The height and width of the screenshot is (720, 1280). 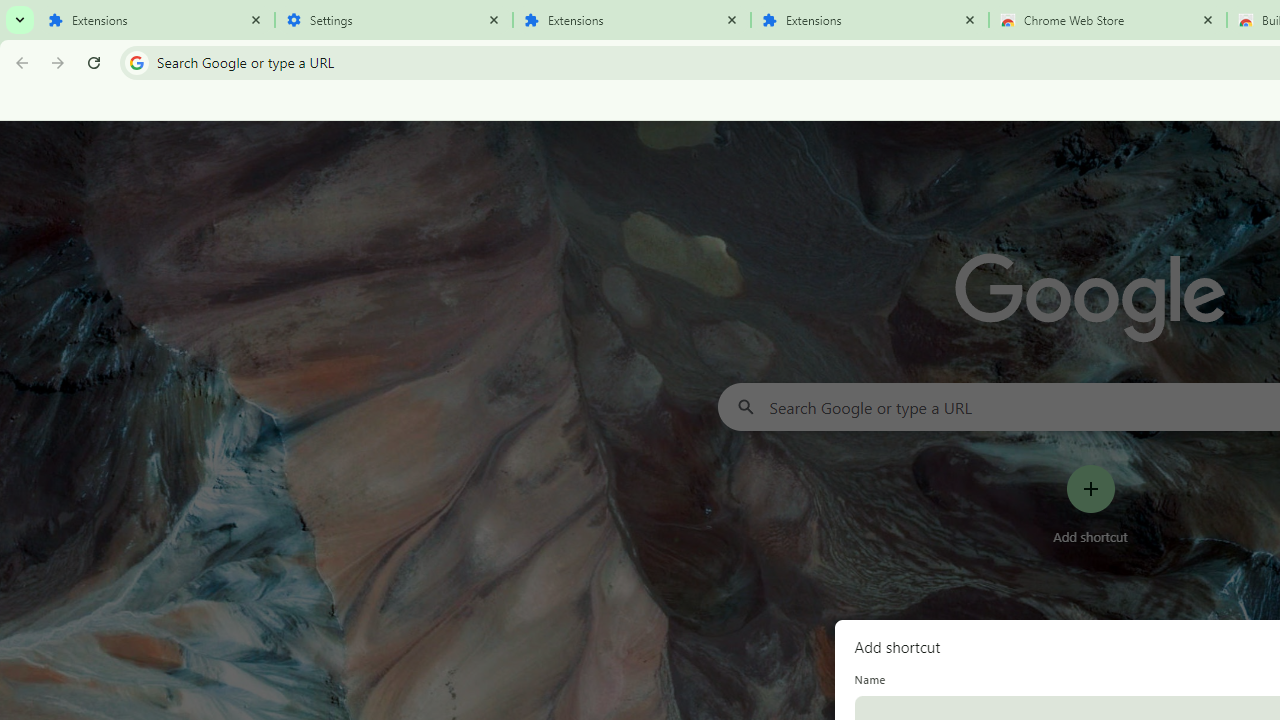 What do you see at coordinates (58, 61) in the screenshot?
I see `'Forward'` at bounding box center [58, 61].